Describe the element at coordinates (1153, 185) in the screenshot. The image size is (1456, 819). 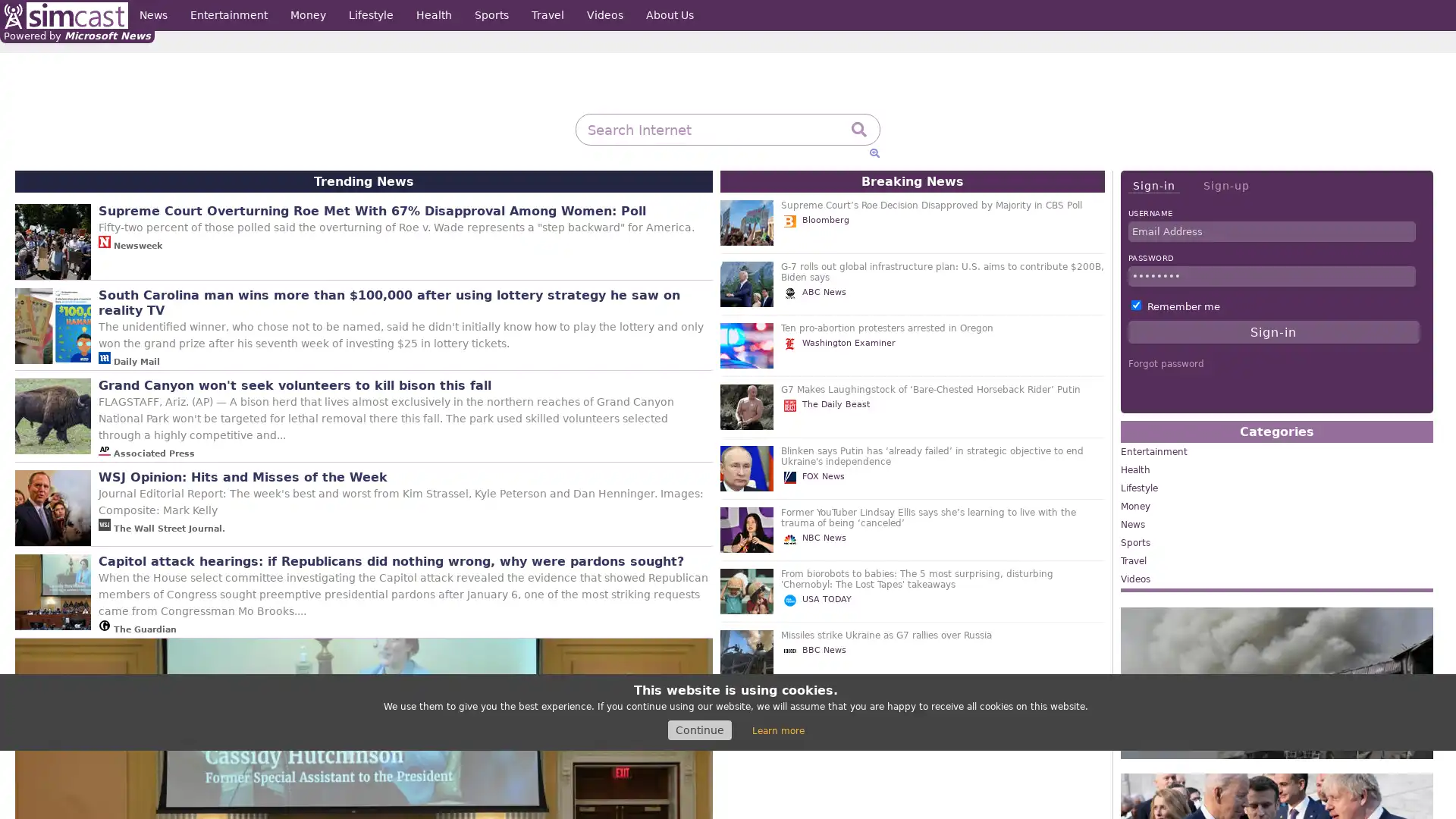
I see `Sign-in` at that location.